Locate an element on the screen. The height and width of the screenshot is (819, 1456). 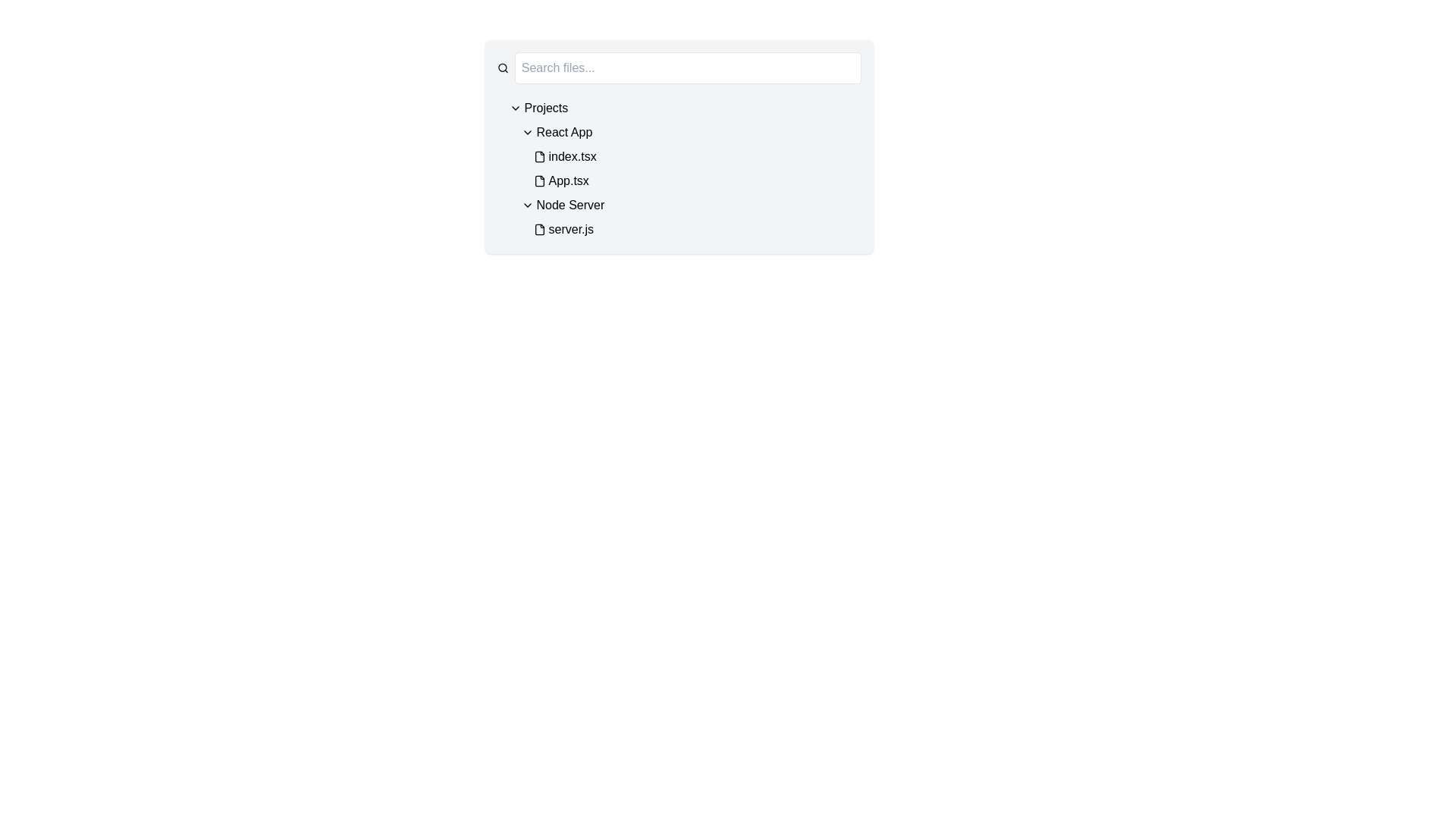
the file icon located to the left of the text label 'server.js' in the 'Node Server' directory to provide a visual representation of the file is located at coordinates (539, 230).